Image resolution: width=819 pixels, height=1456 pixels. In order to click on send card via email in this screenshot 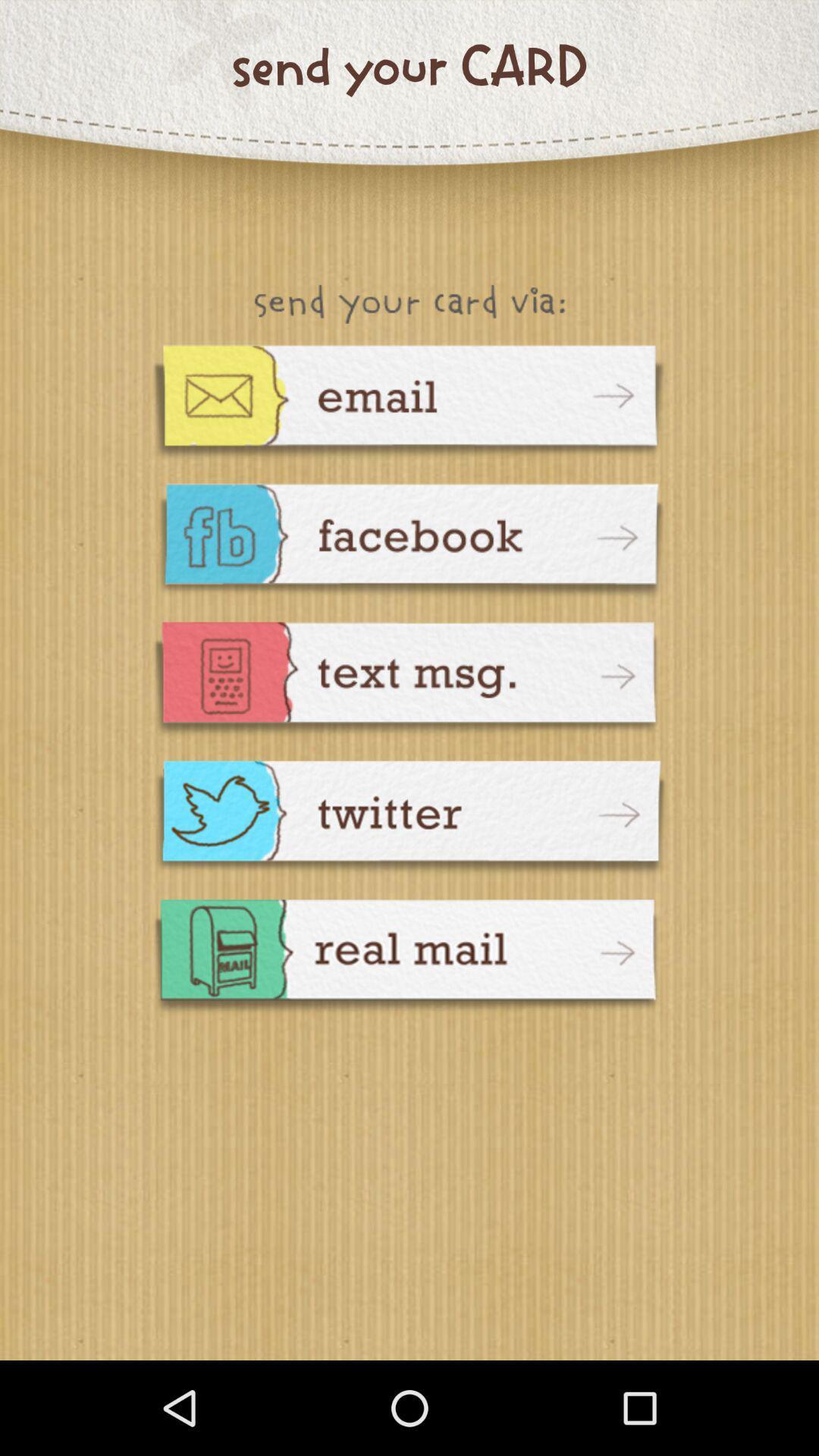, I will do `click(409, 403)`.